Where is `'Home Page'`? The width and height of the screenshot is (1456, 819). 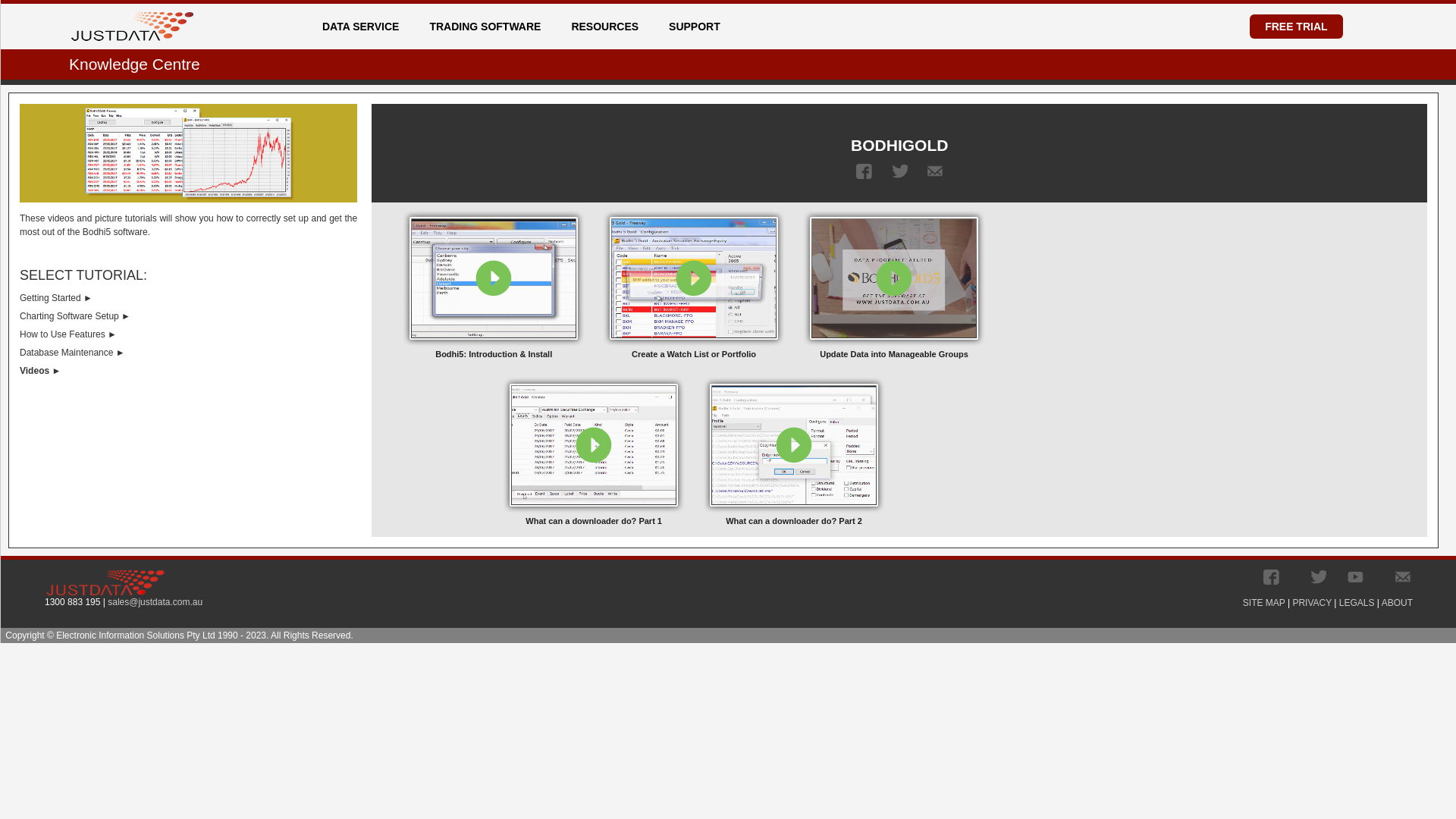
'Home Page' is located at coordinates (132, 20).